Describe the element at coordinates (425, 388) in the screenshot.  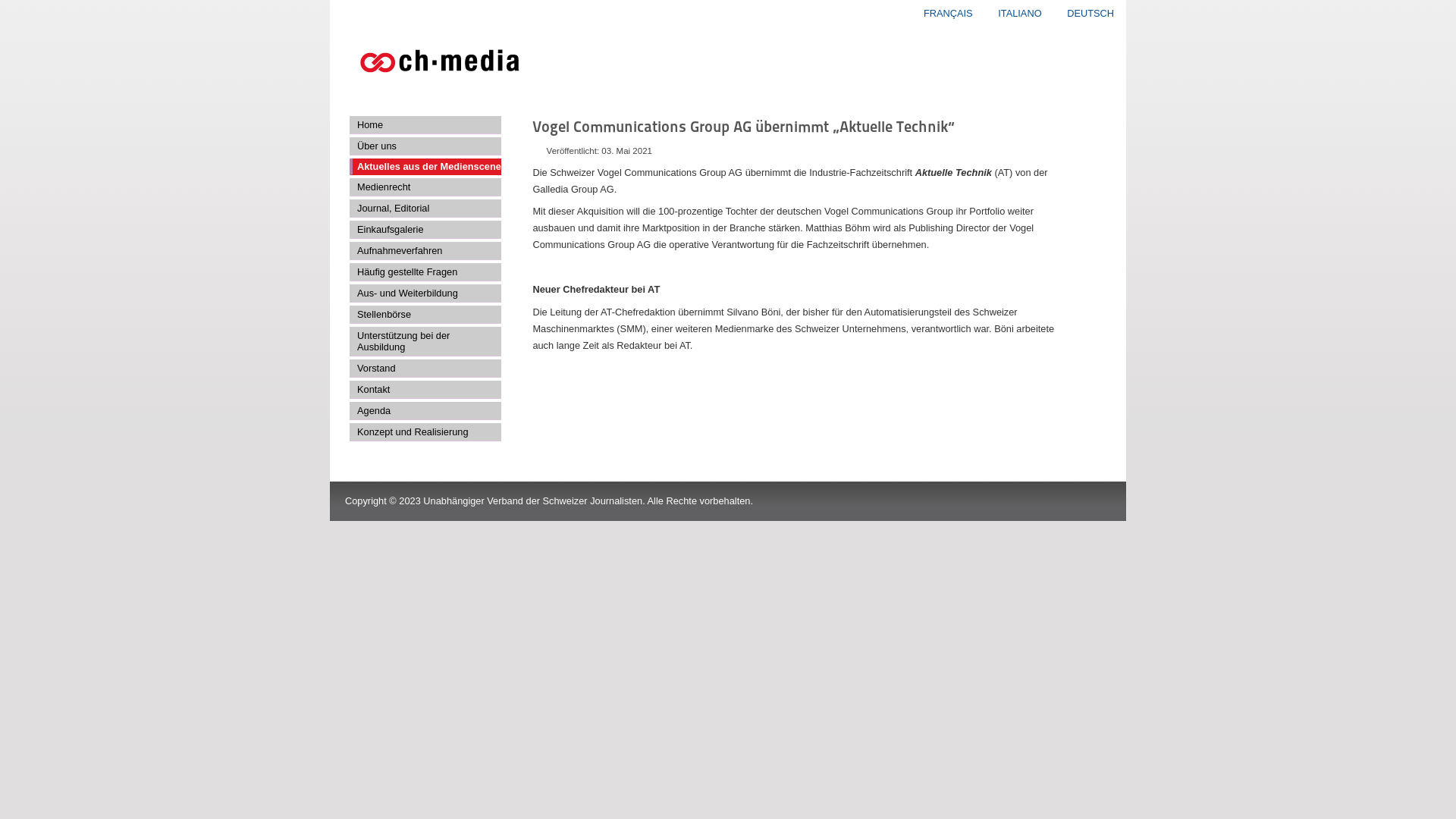
I see `'Kontakt'` at that location.